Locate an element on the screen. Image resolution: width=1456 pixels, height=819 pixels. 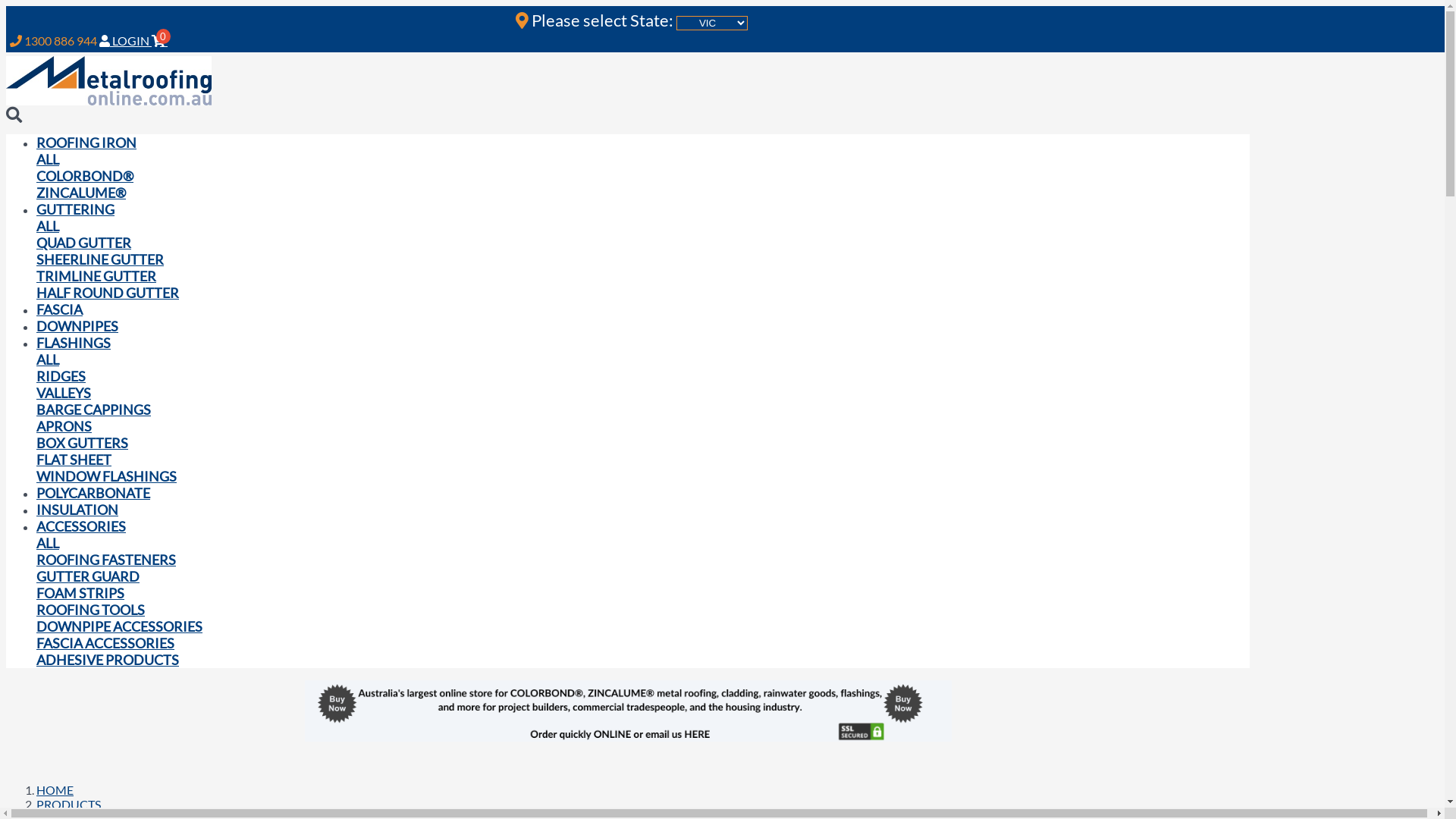
'FLAT SHEET' is located at coordinates (73, 458).